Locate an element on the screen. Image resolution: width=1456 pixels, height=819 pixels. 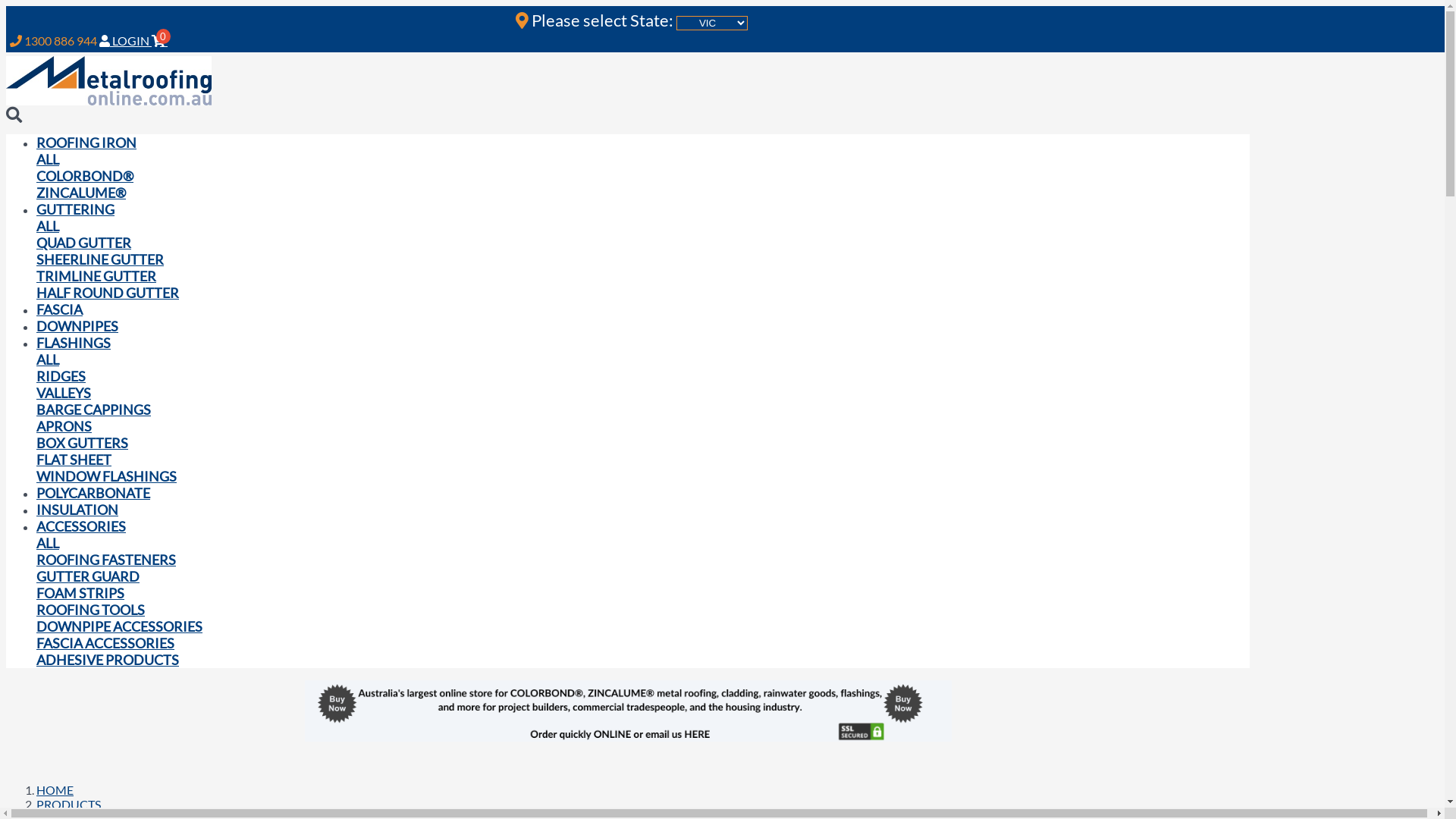
'FLAT SHEET' is located at coordinates (73, 458).